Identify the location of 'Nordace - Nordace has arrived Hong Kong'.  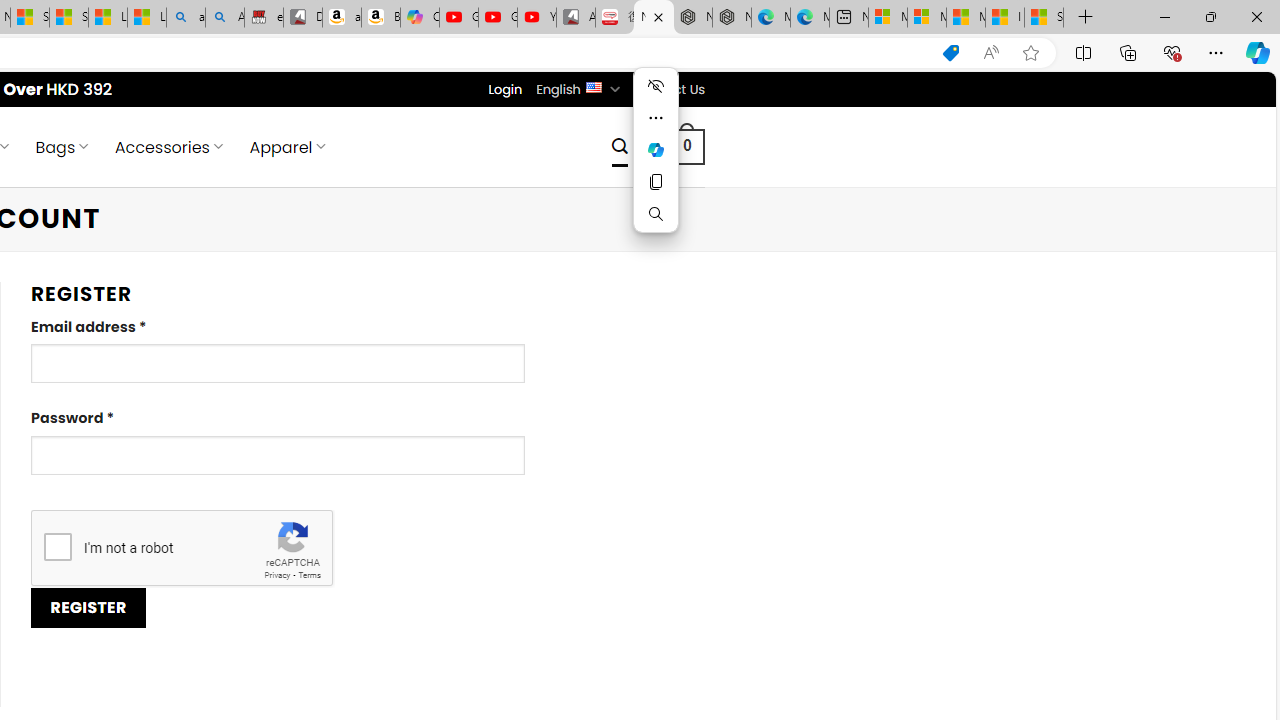
(731, 17).